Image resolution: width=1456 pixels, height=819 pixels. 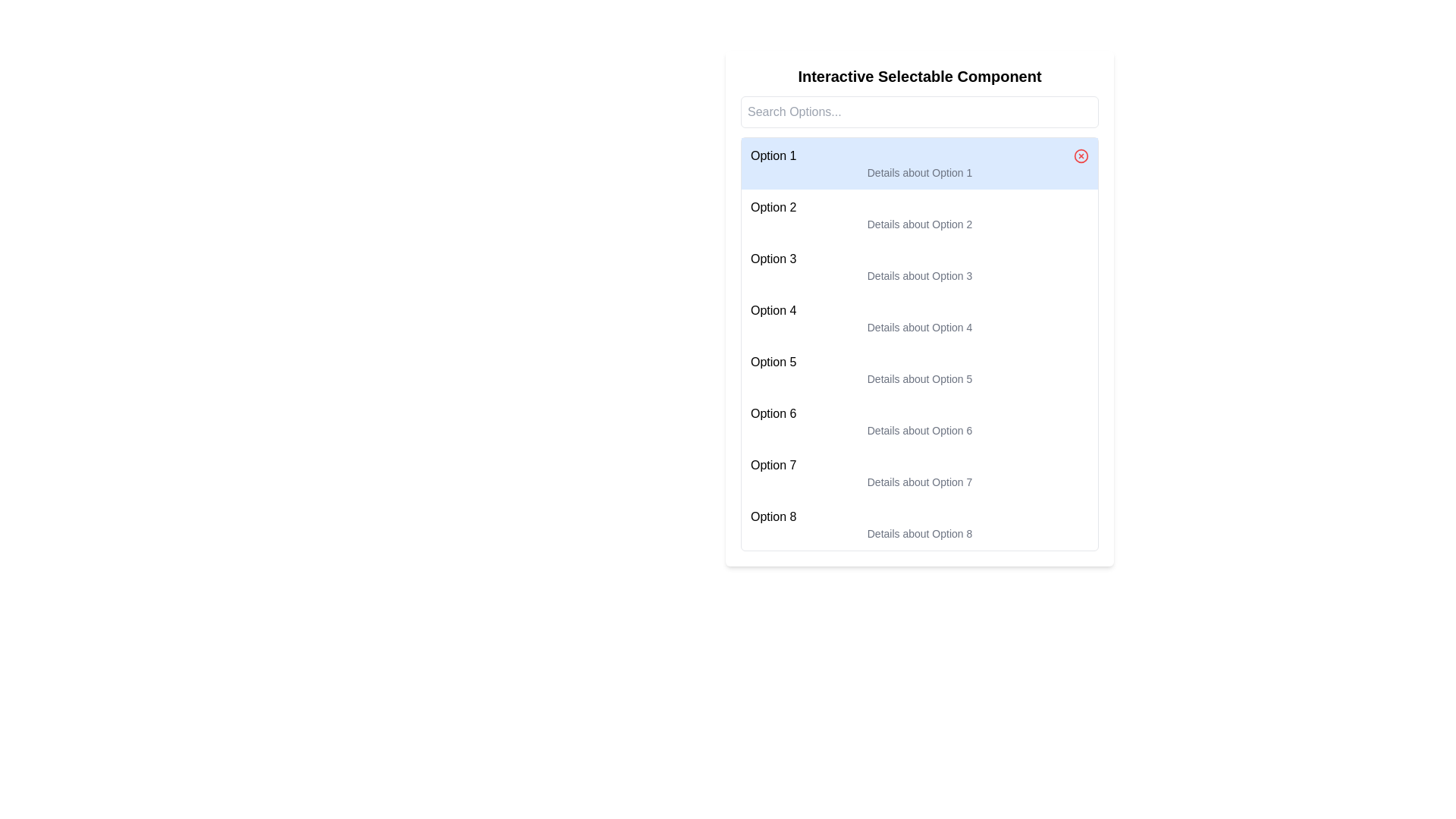 I want to click on the text label 'Option 6', so click(x=773, y=414).